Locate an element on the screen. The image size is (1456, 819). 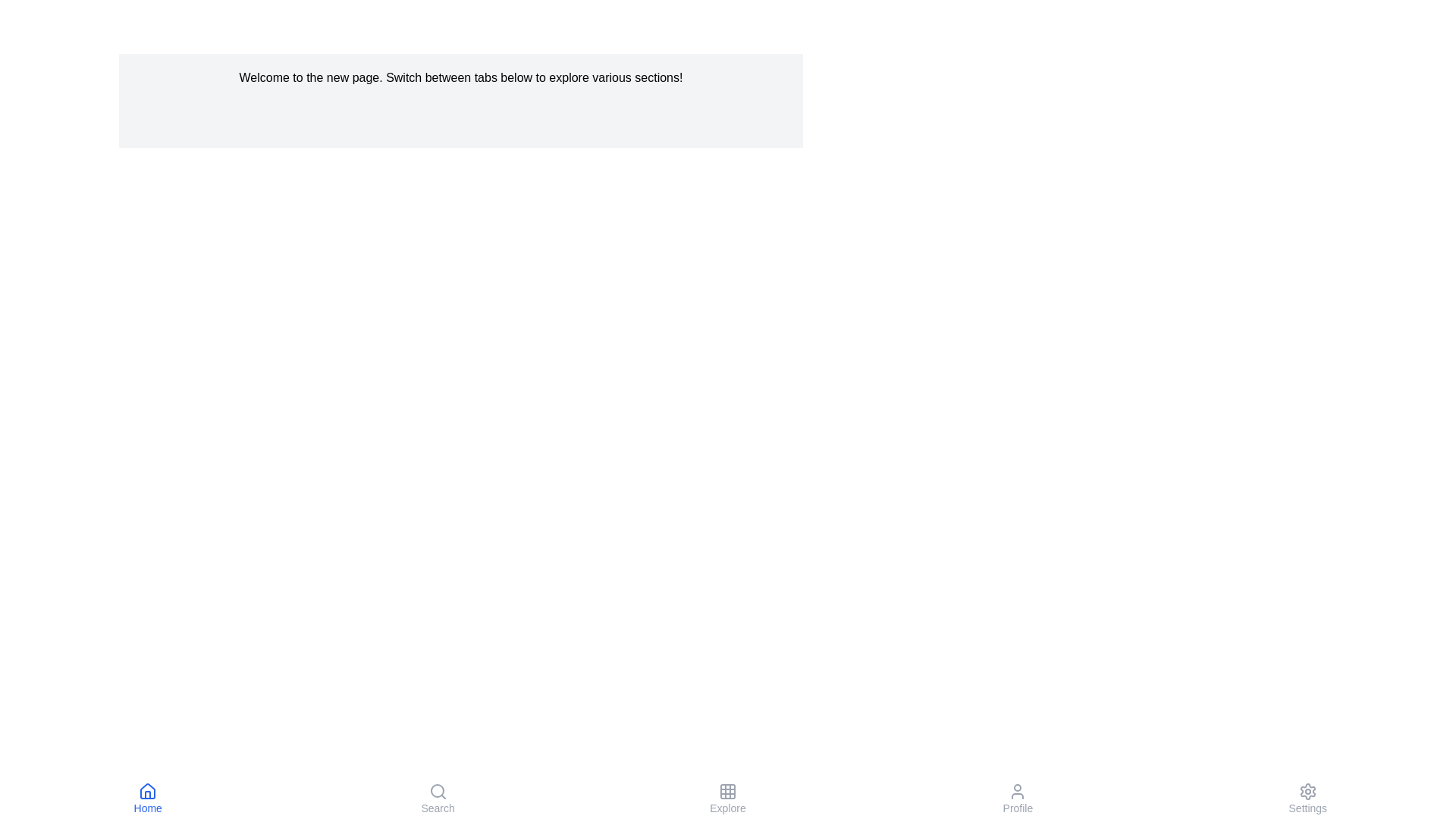
the magnifying glass icon in the bottom navigation bar is located at coordinates (437, 791).